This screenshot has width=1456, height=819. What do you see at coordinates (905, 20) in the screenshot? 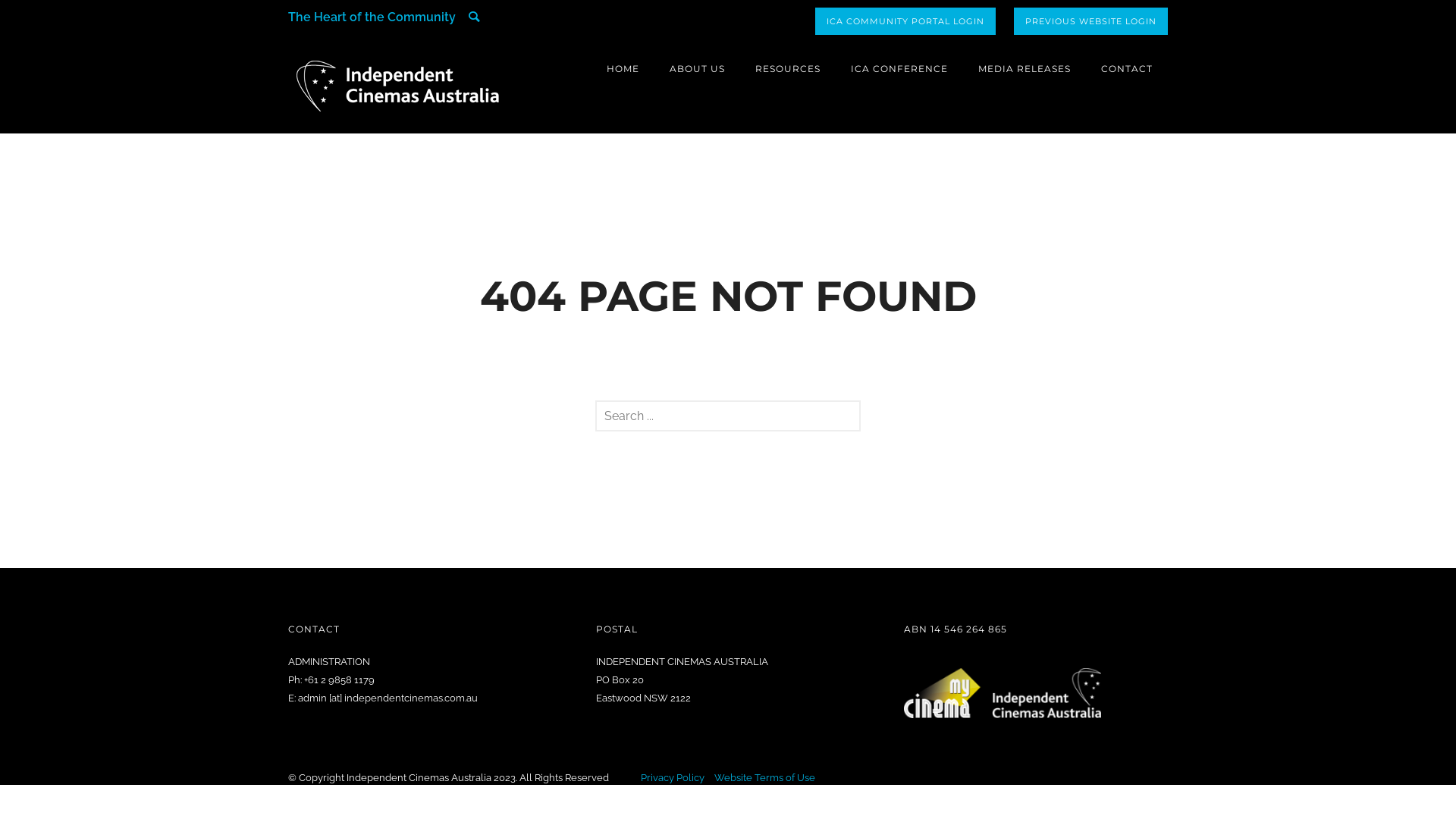
I see `'ICA COMMUNITY PORTAL LOGIN'` at bounding box center [905, 20].